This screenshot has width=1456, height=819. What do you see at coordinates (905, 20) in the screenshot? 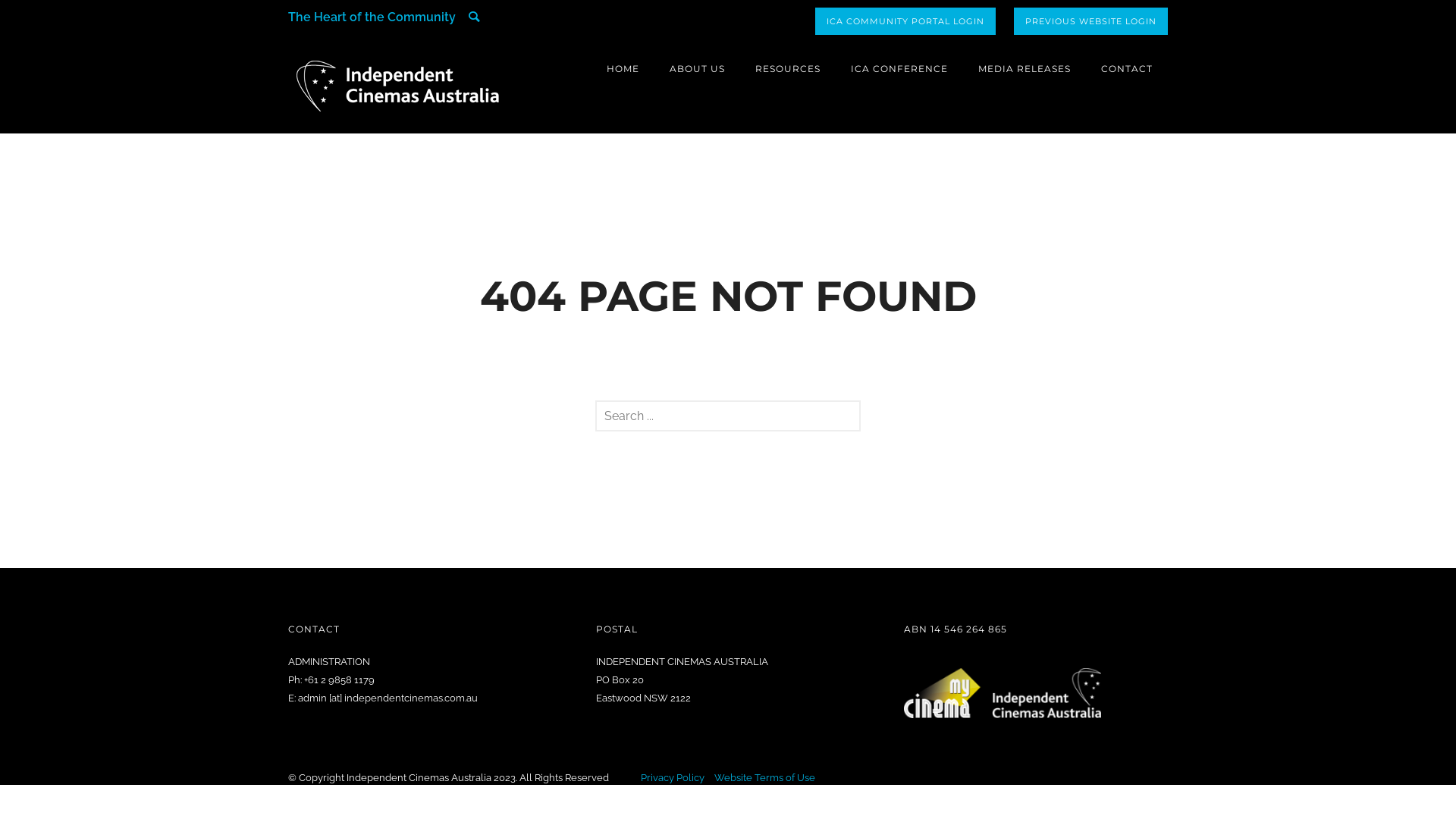
I see `'ICA COMMUNITY PORTAL LOGIN'` at bounding box center [905, 20].